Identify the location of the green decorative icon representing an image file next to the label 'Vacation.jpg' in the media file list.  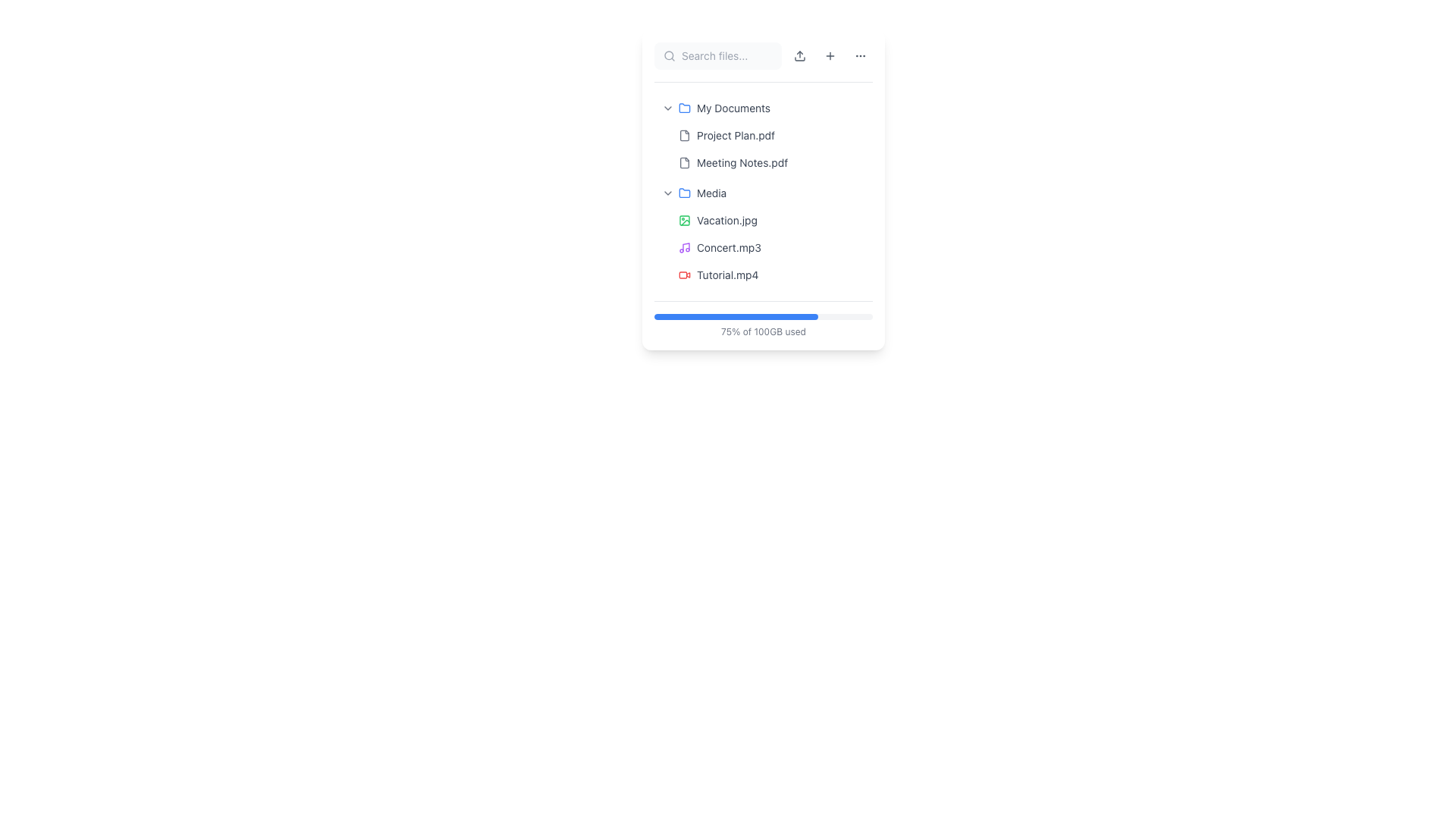
(683, 220).